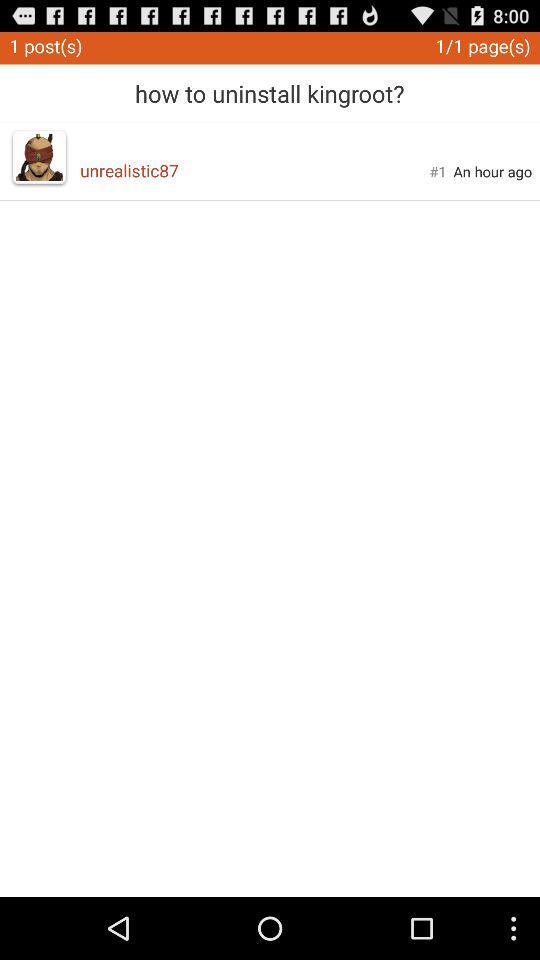  I want to click on app next to unrealistic87 icon, so click(39, 156).